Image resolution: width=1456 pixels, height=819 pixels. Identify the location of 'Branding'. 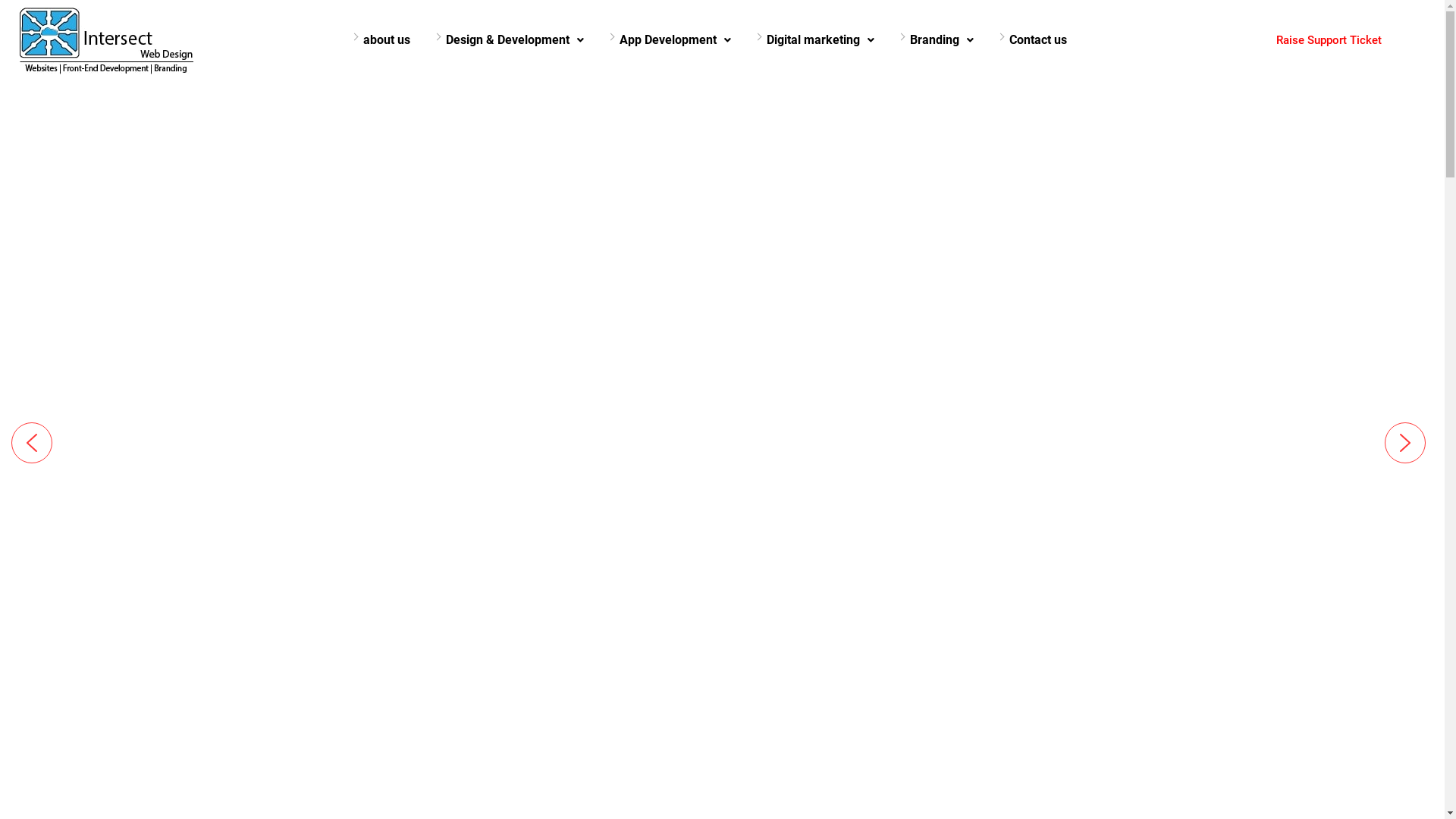
(941, 39).